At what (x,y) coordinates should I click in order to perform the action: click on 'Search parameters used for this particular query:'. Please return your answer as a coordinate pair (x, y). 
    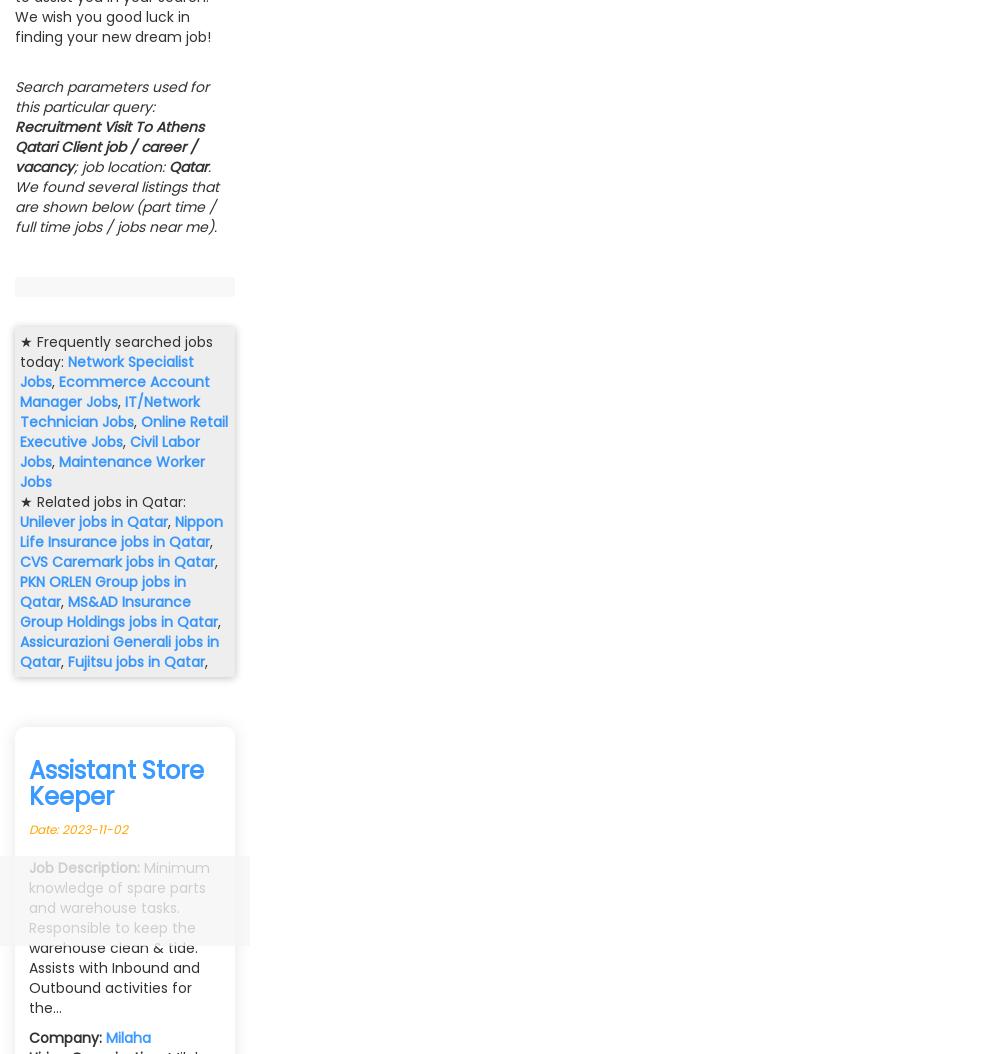
    Looking at the image, I should click on (110, 95).